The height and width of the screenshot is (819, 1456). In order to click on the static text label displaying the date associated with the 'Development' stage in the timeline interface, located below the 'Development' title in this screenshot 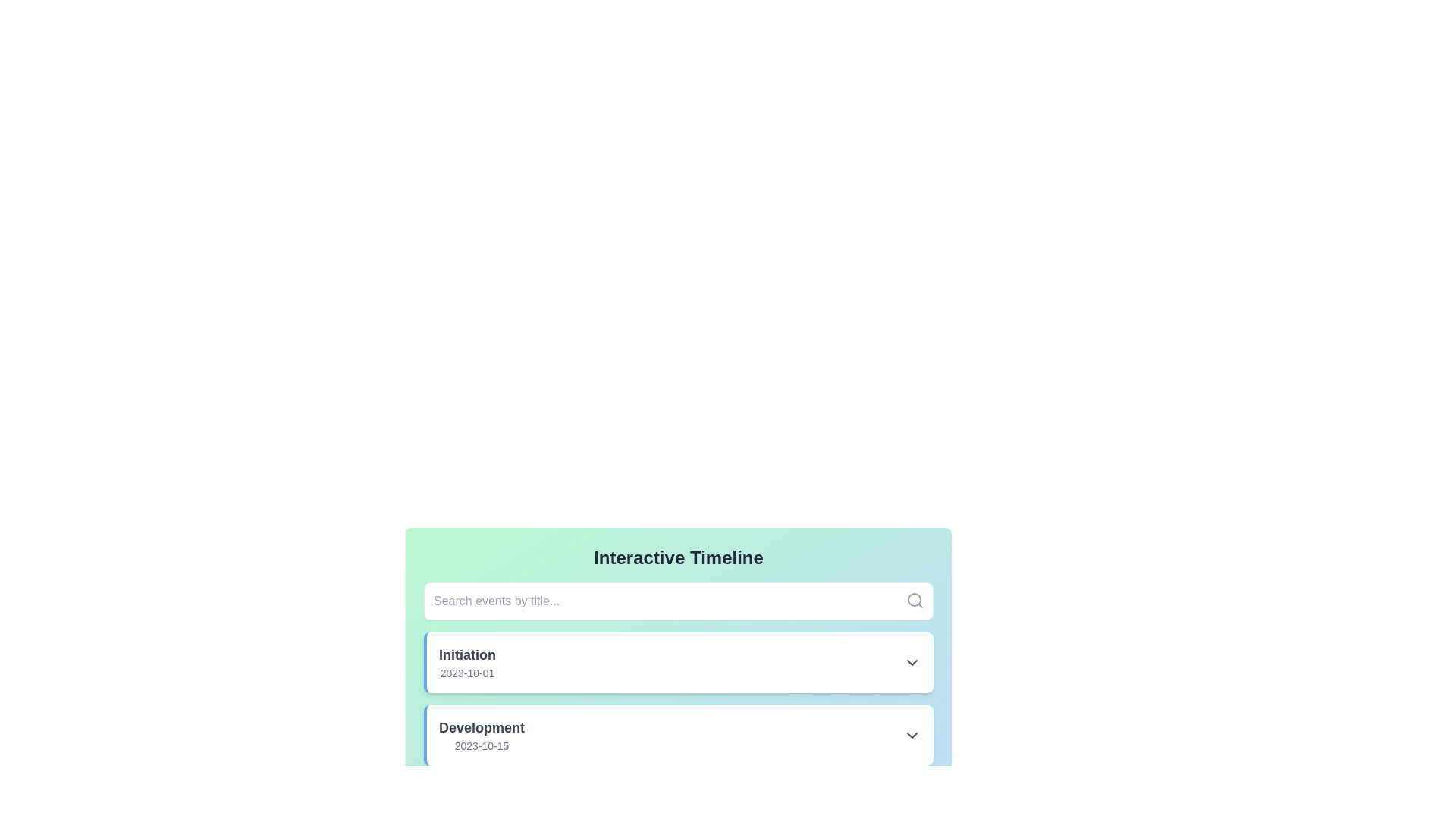, I will do `click(481, 745)`.